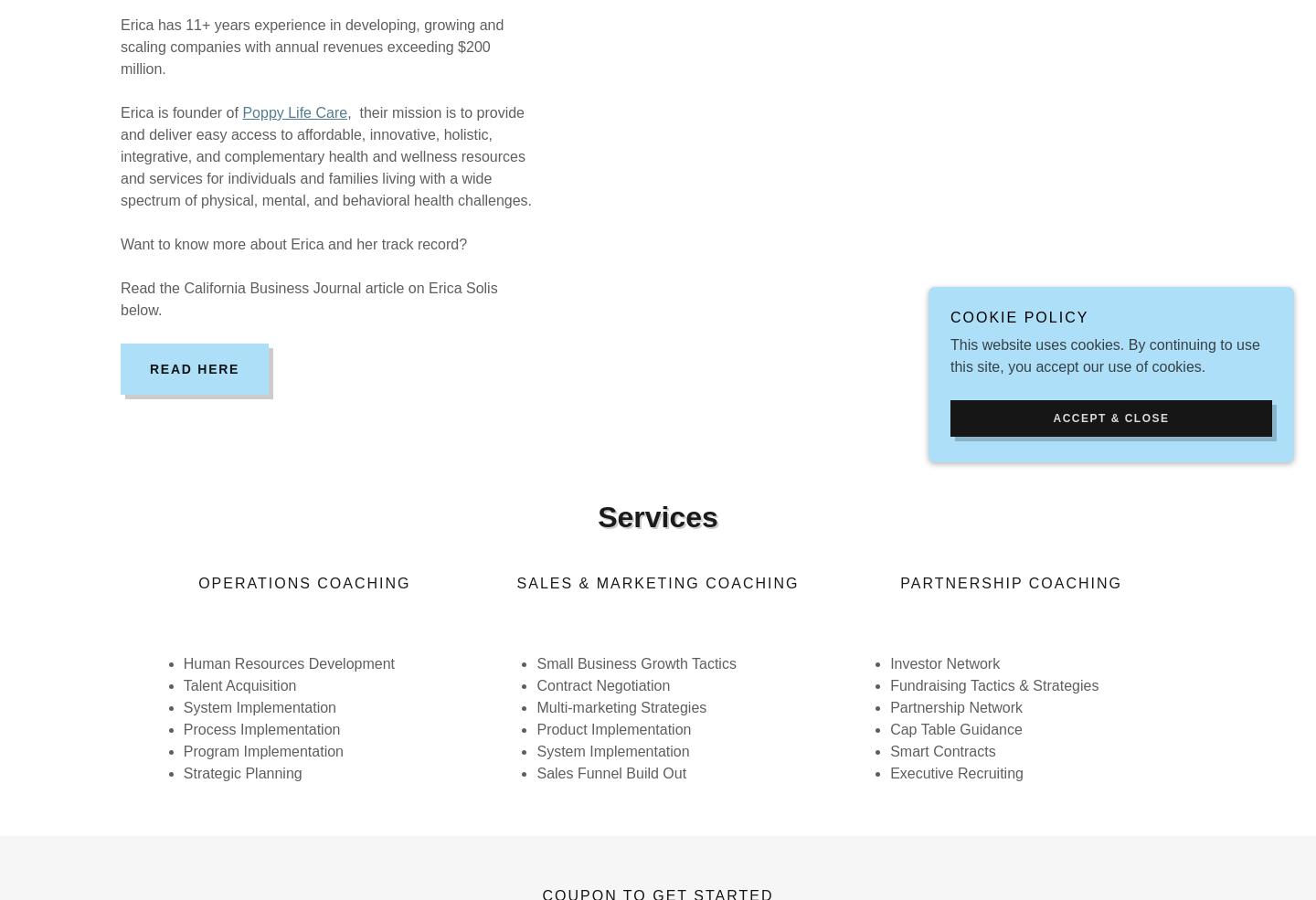 This screenshot has width=1316, height=900. Describe the element at coordinates (611, 772) in the screenshot. I see `'Sales Funnel Build Out'` at that location.